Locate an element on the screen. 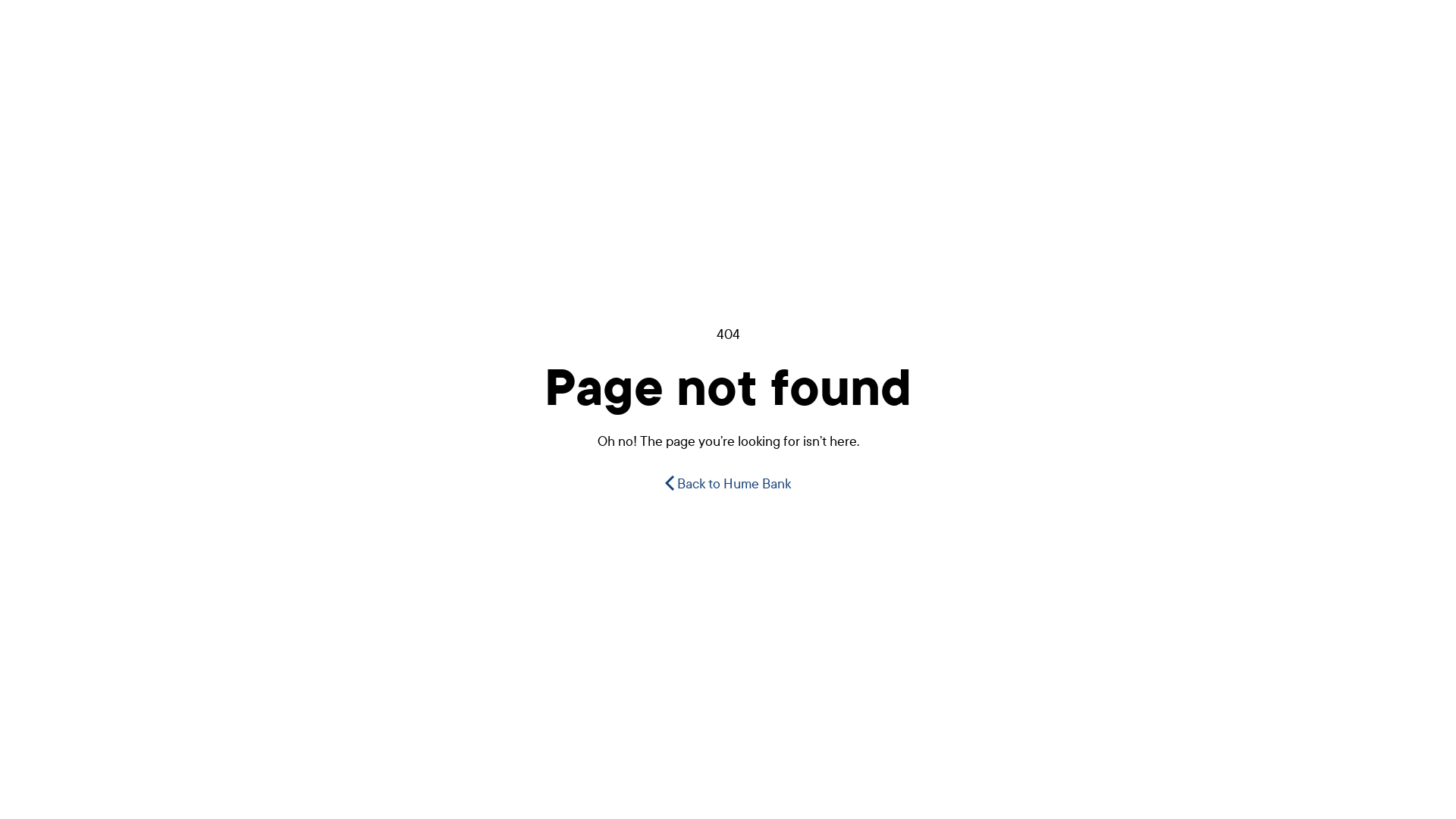 The width and height of the screenshot is (1456, 819). 'Back to Hume Bank' is located at coordinates (665, 484).